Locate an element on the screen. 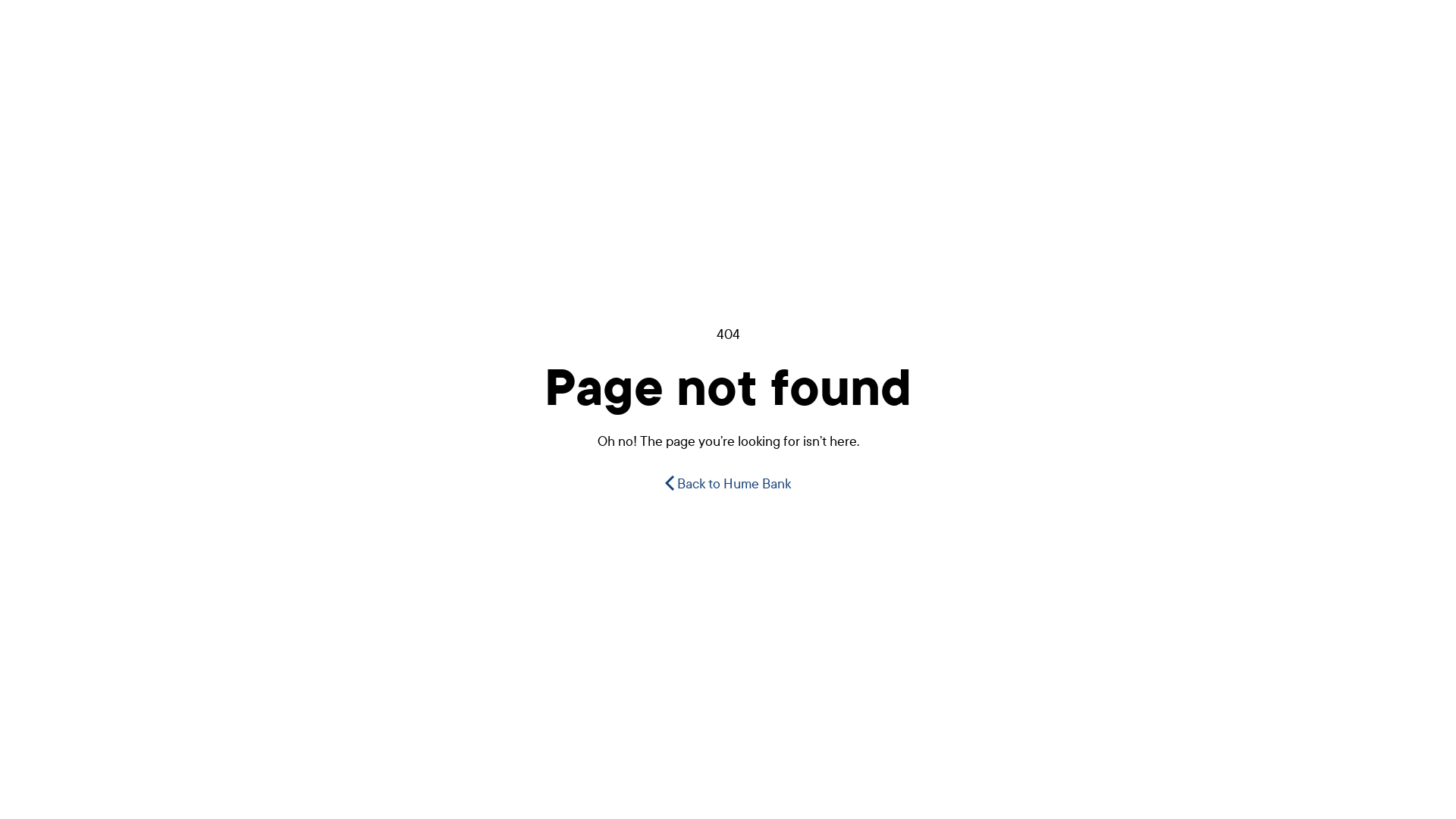 The width and height of the screenshot is (1456, 819). 'Back to Hume Bank' is located at coordinates (665, 484).